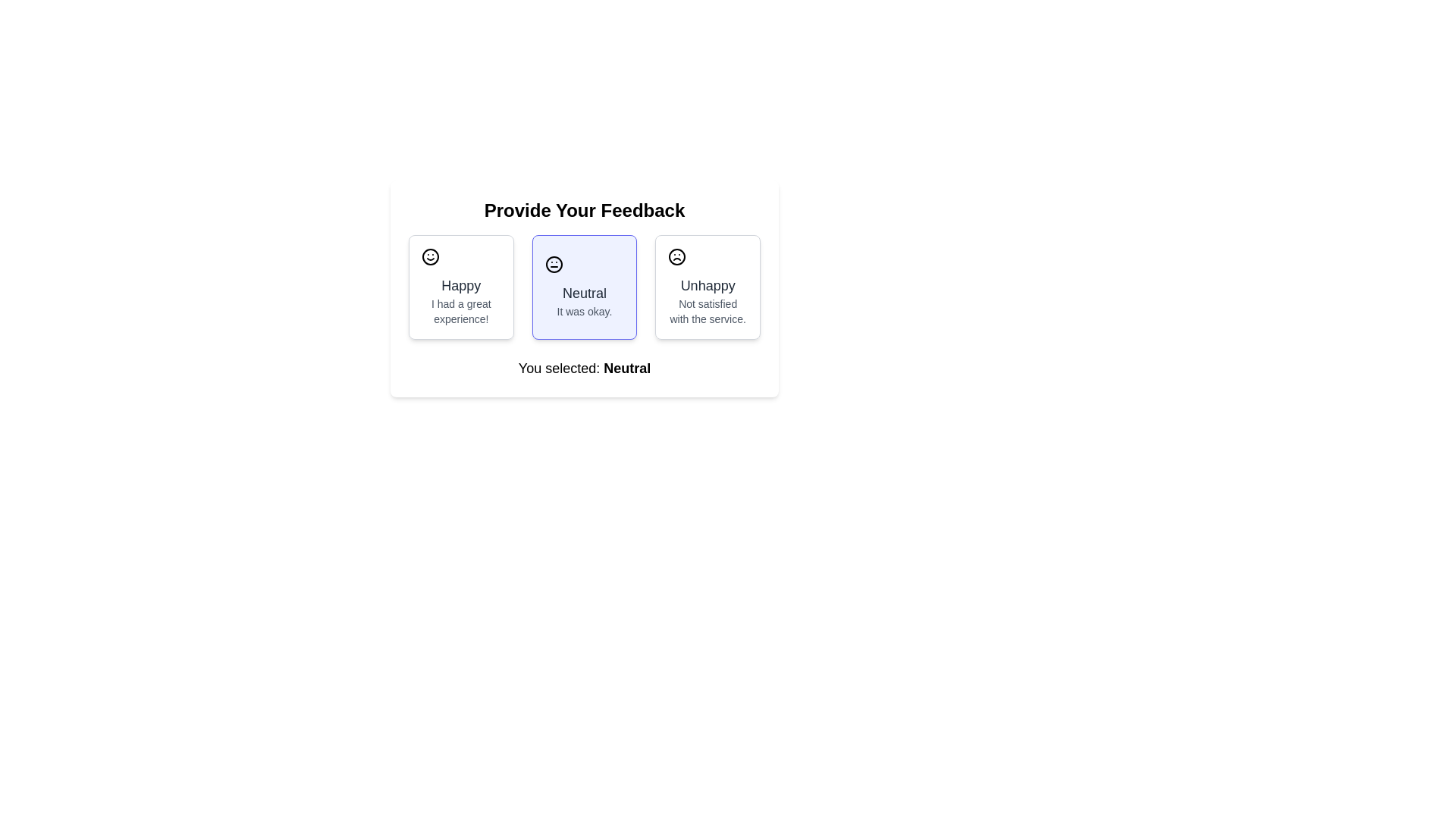 Image resolution: width=1456 pixels, height=819 pixels. Describe the element at coordinates (707, 287) in the screenshot. I see `the 'Unhappy' feedback card, which features a frowning face icon and the subtitle 'Not satisfied with the service.' This card is the third option in a horizontal layout of feedback cards` at that location.